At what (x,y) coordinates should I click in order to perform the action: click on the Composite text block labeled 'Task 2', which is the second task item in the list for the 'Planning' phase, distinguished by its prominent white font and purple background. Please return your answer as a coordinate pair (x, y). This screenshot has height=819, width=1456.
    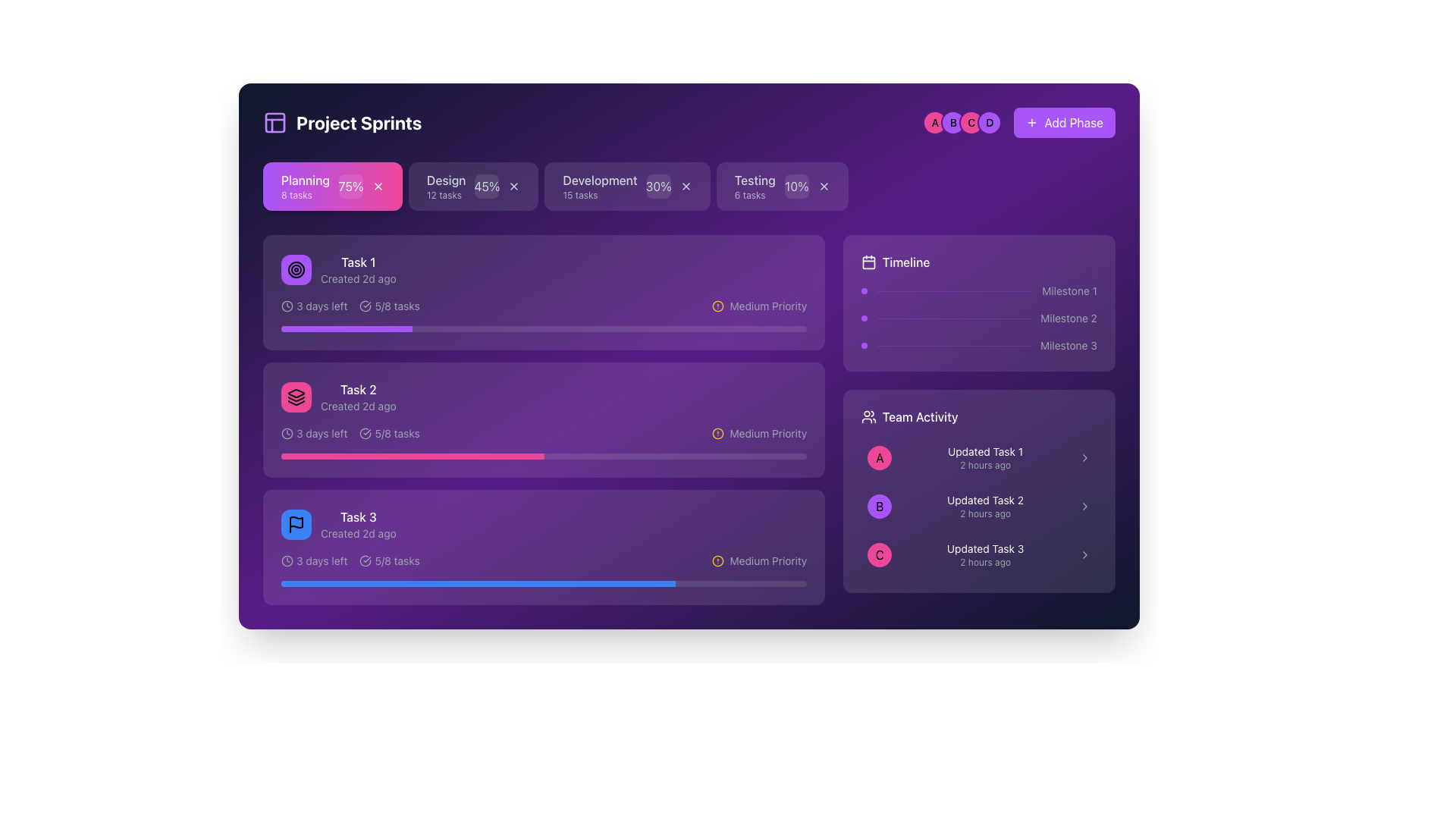
    Looking at the image, I should click on (357, 397).